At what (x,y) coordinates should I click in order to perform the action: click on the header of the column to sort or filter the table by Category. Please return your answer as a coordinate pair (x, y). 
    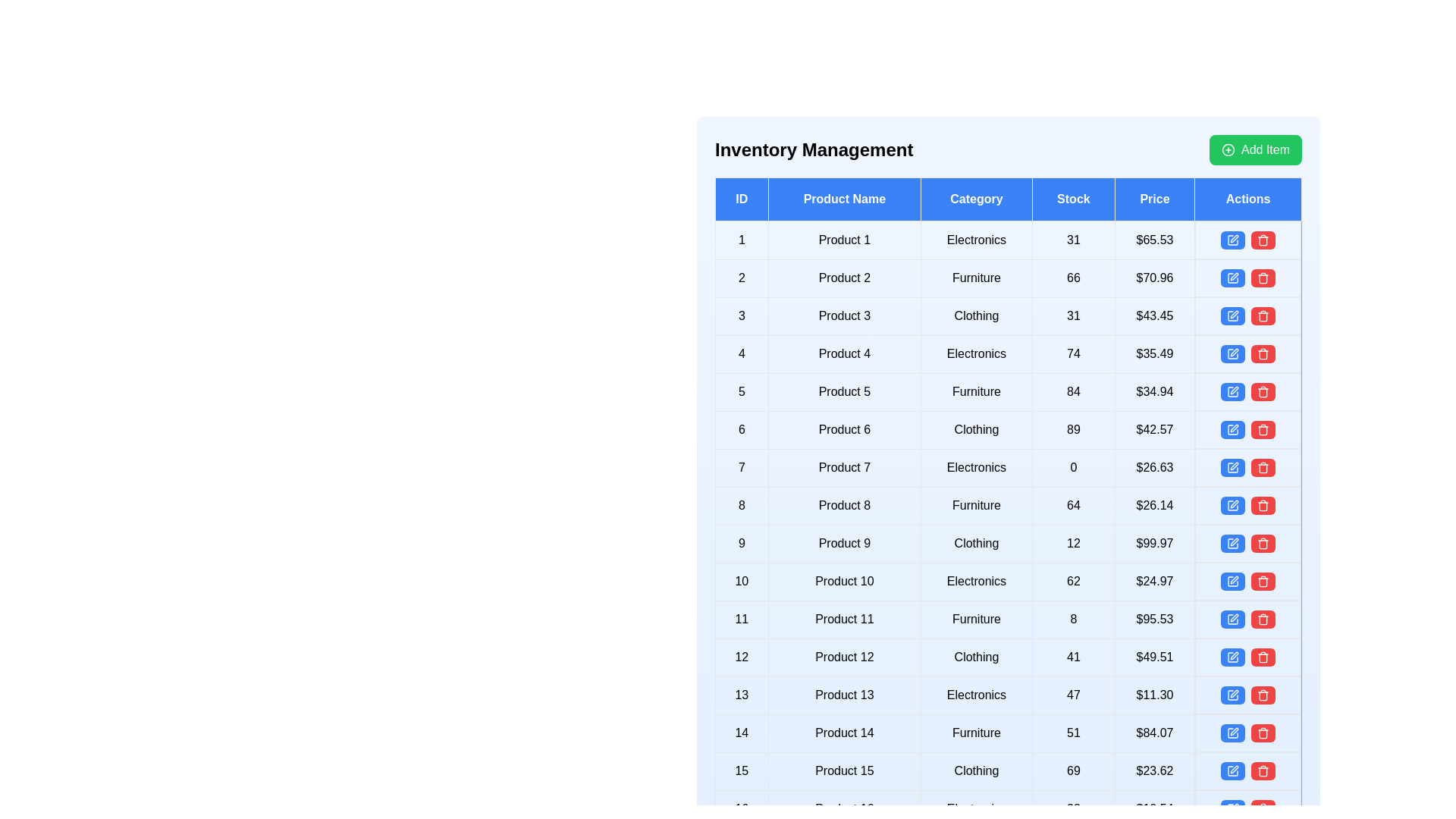
    Looking at the image, I should click on (975, 198).